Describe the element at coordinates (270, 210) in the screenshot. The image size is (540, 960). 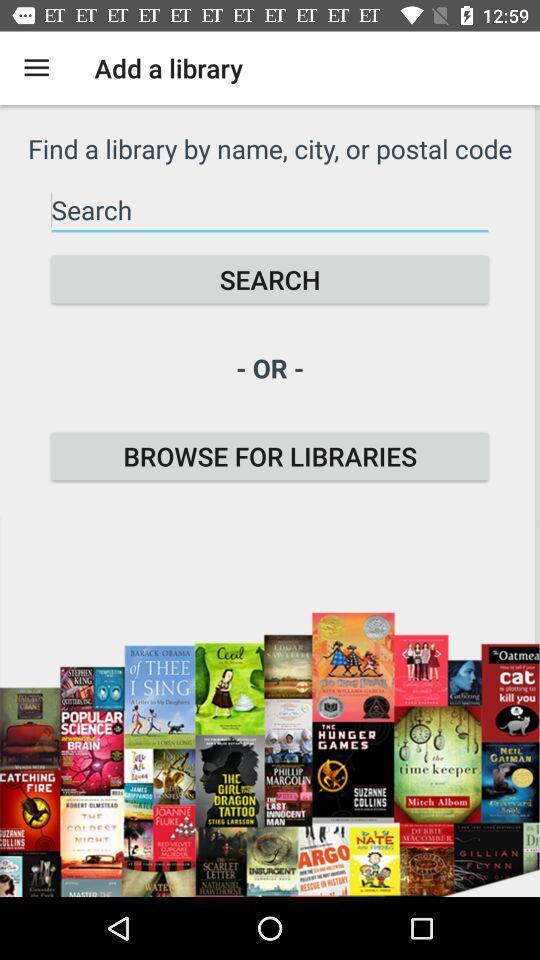
I see `the item below the find a library` at that location.